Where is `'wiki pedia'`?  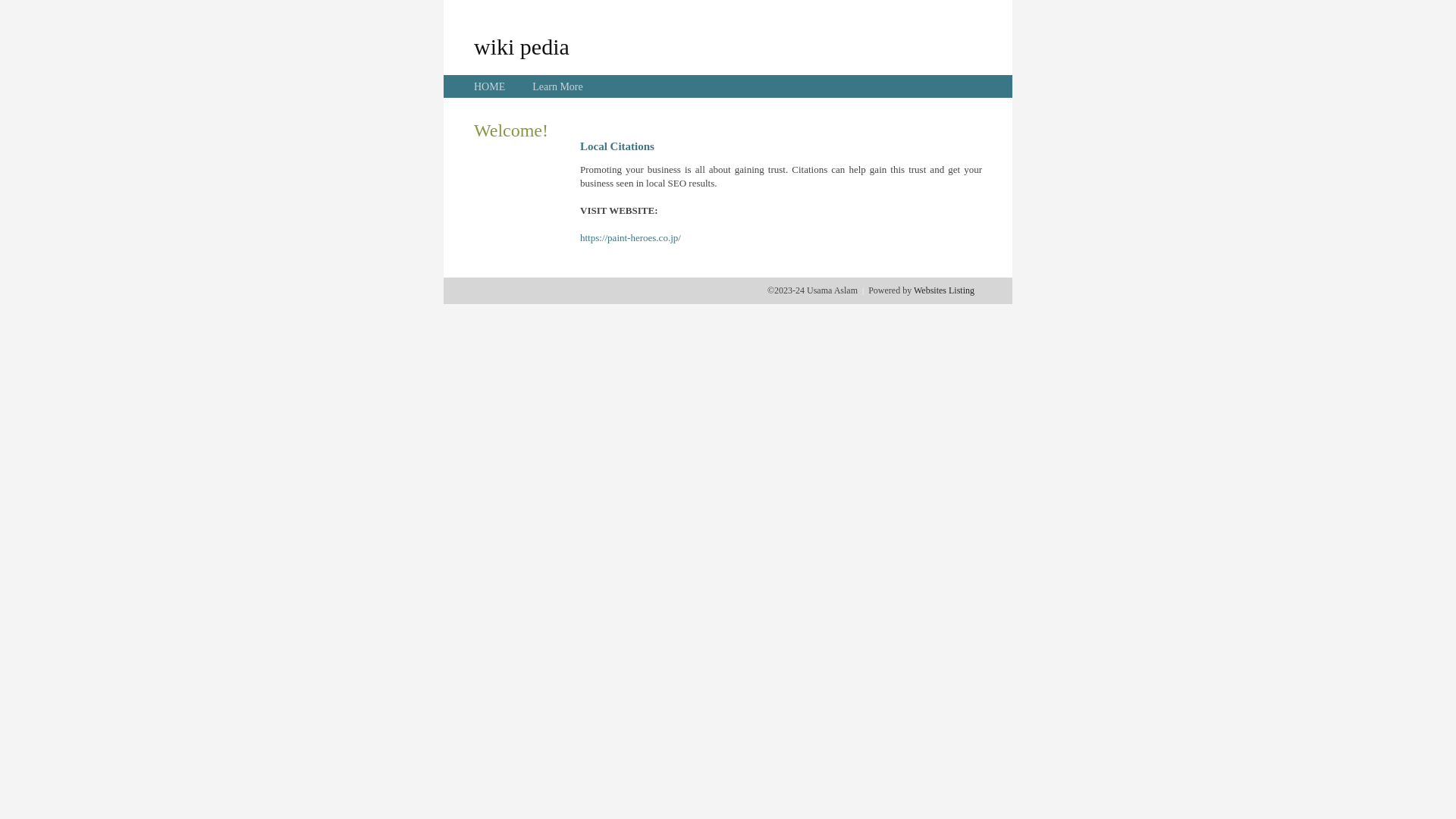
'wiki pedia' is located at coordinates (521, 45).